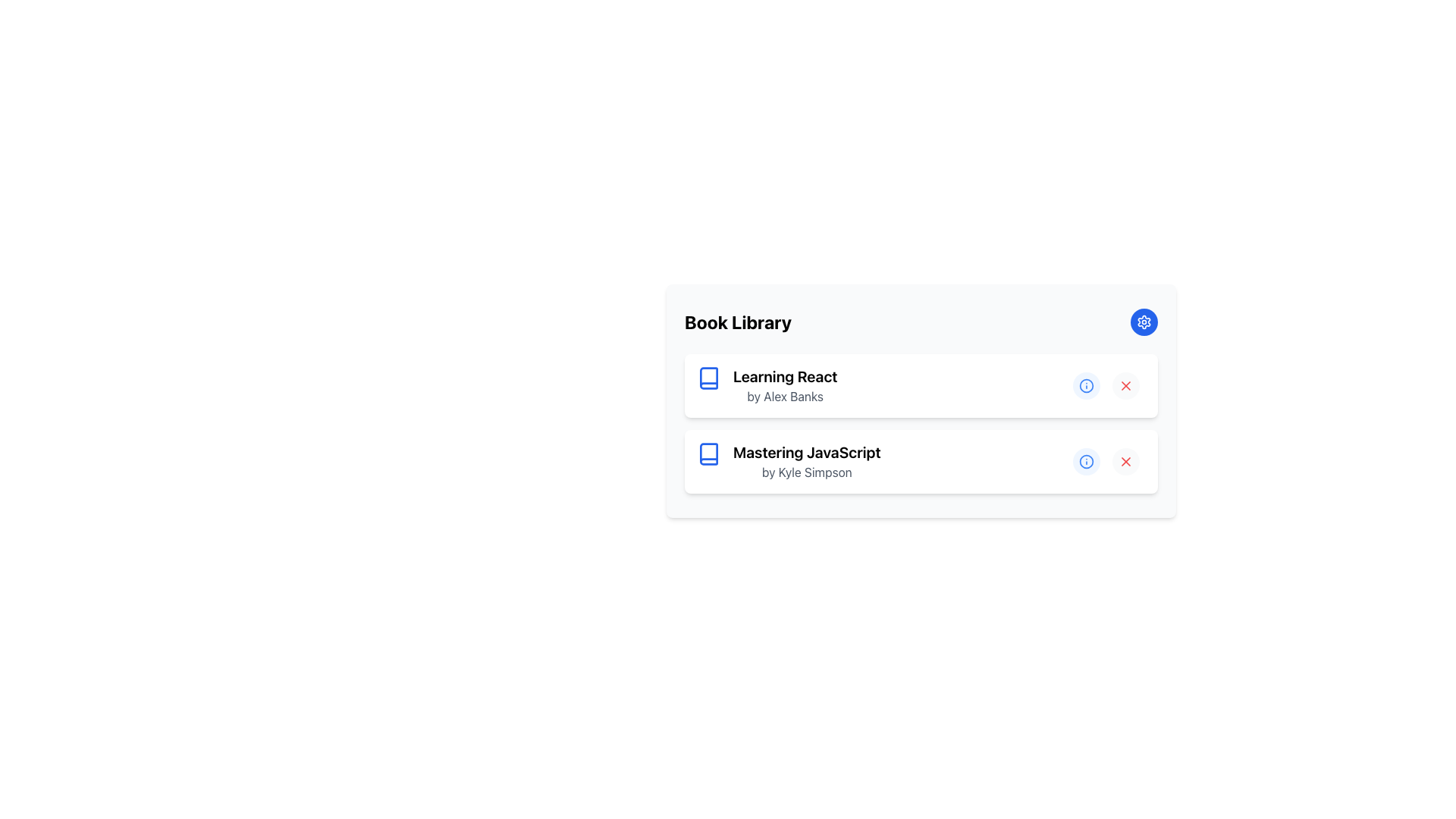  I want to click on the text label displaying the title 'Learning React', so click(785, 376).